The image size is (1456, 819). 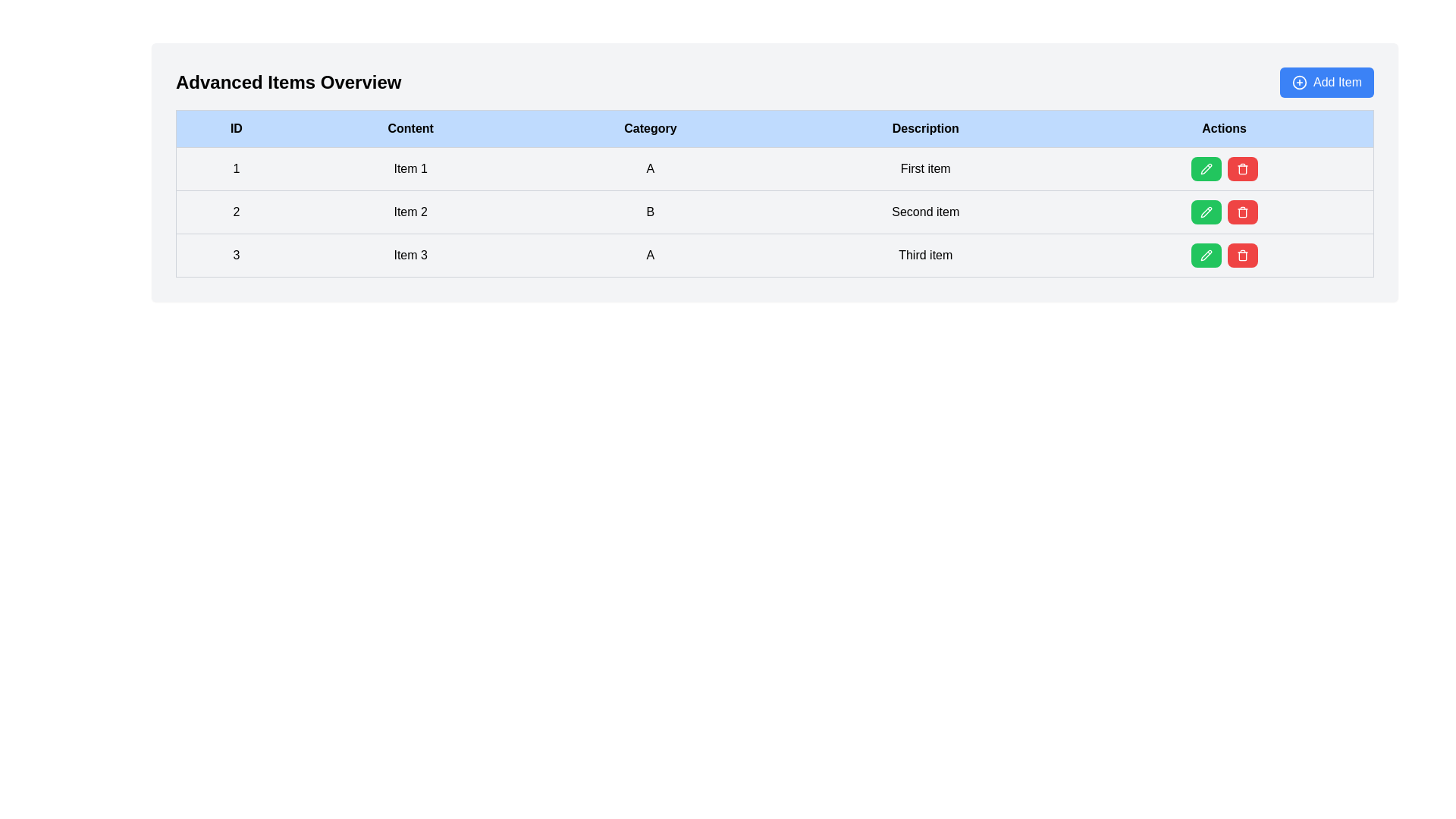 I want to click on the table cell displaying 'Item 1', located in the first row and second column of the table, so click(x=410, y=169).